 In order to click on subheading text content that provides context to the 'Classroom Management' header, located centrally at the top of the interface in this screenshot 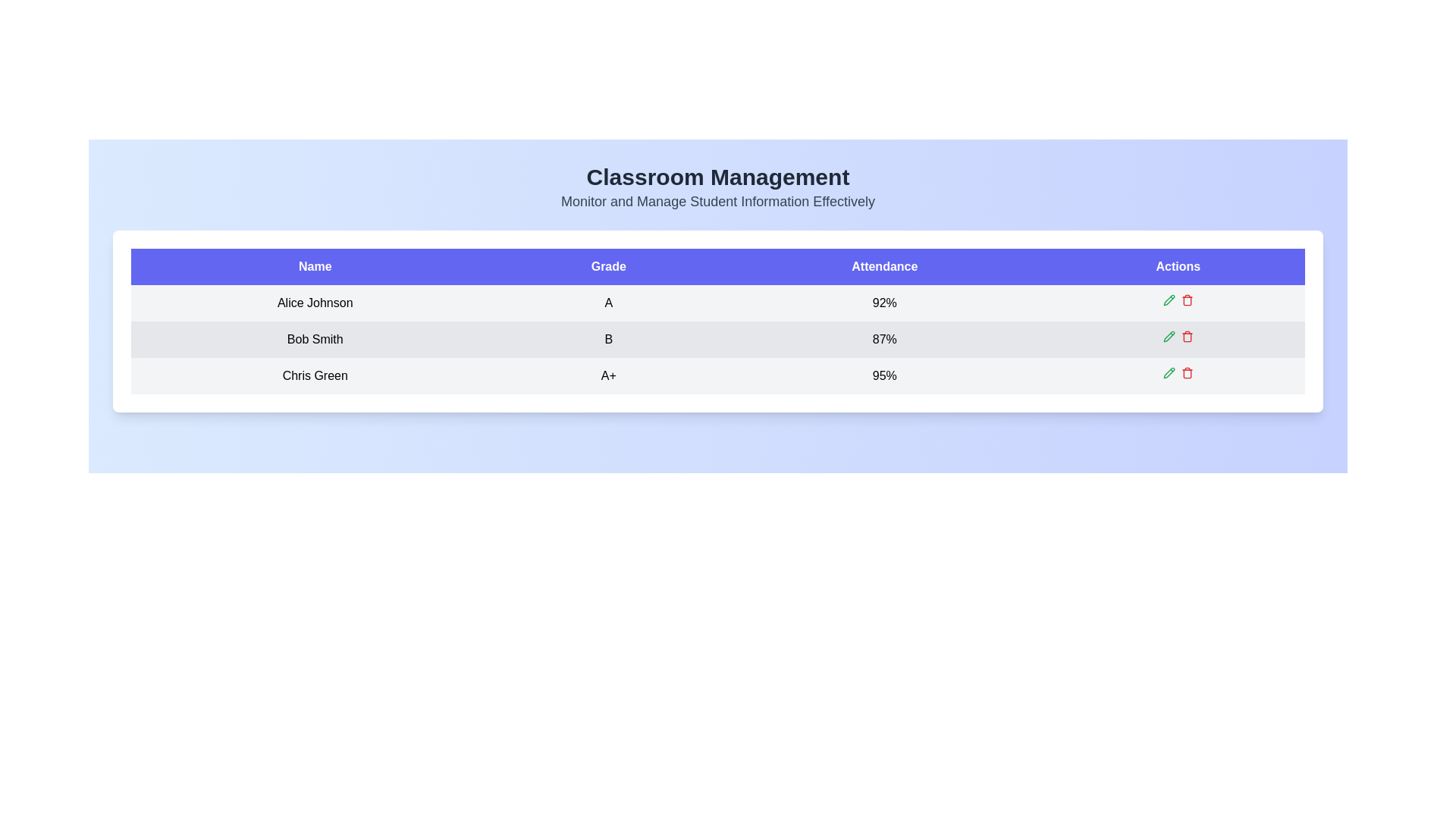, I will do `click(717, 201)`.